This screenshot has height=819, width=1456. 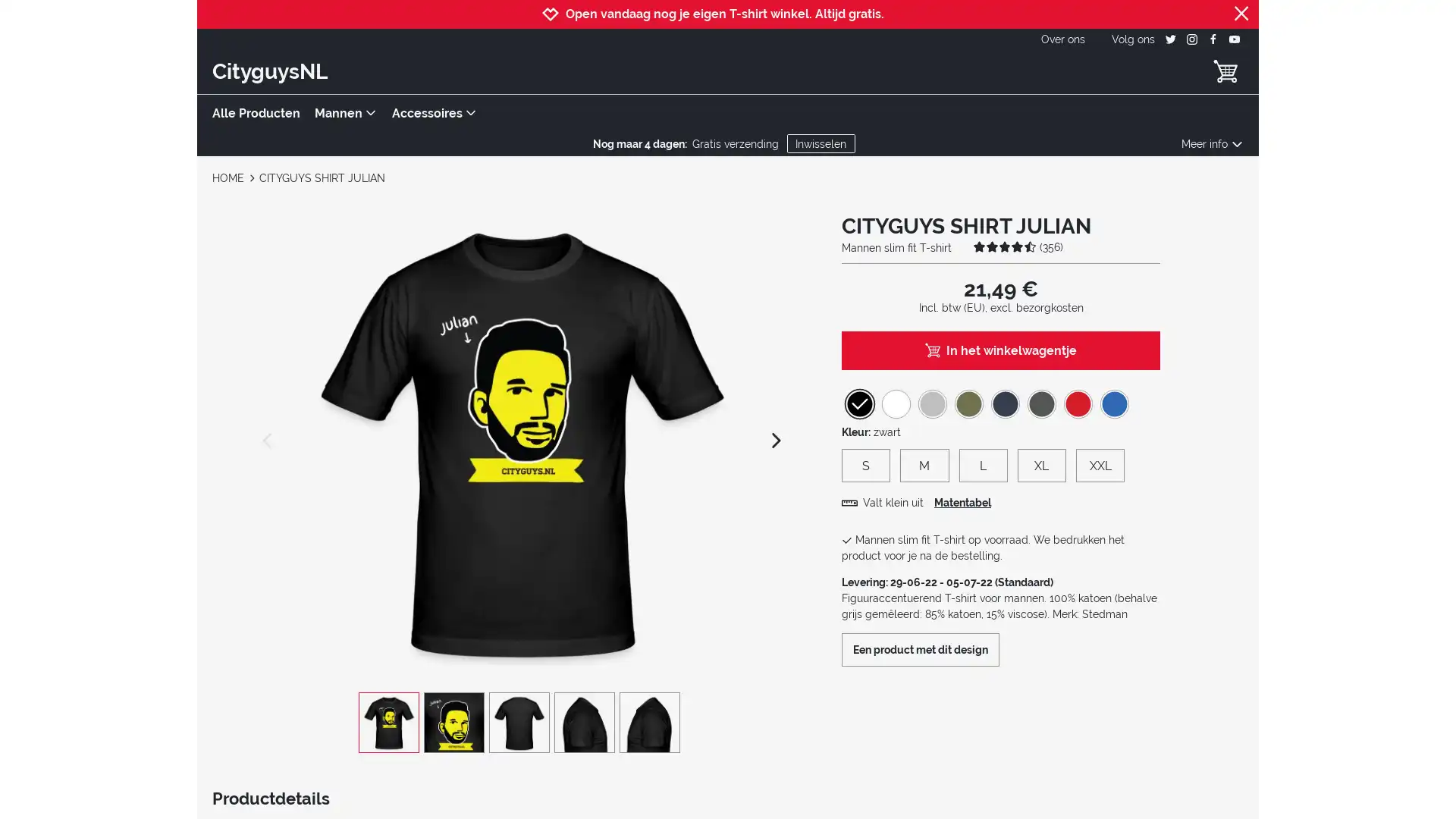 What do you see at coordinates (1018, 245) in the screenshot?
I see `(356)` at bounding box center [1018, 245].